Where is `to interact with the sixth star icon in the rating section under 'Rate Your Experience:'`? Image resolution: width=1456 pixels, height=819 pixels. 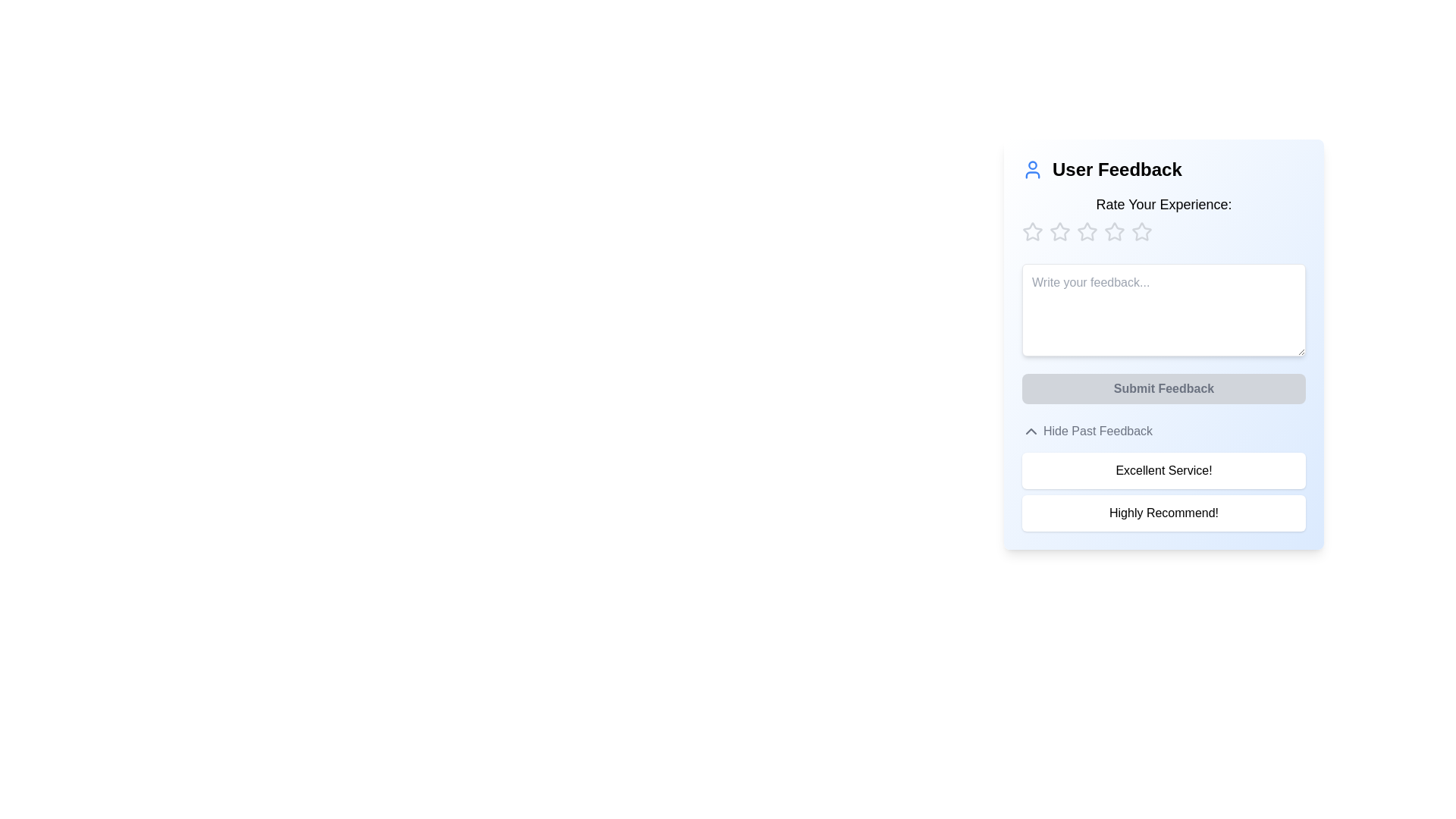 to interact with the sixth star icon in the rating section under 'Rate Your Experience:' is located at coordinates (1142, 231).